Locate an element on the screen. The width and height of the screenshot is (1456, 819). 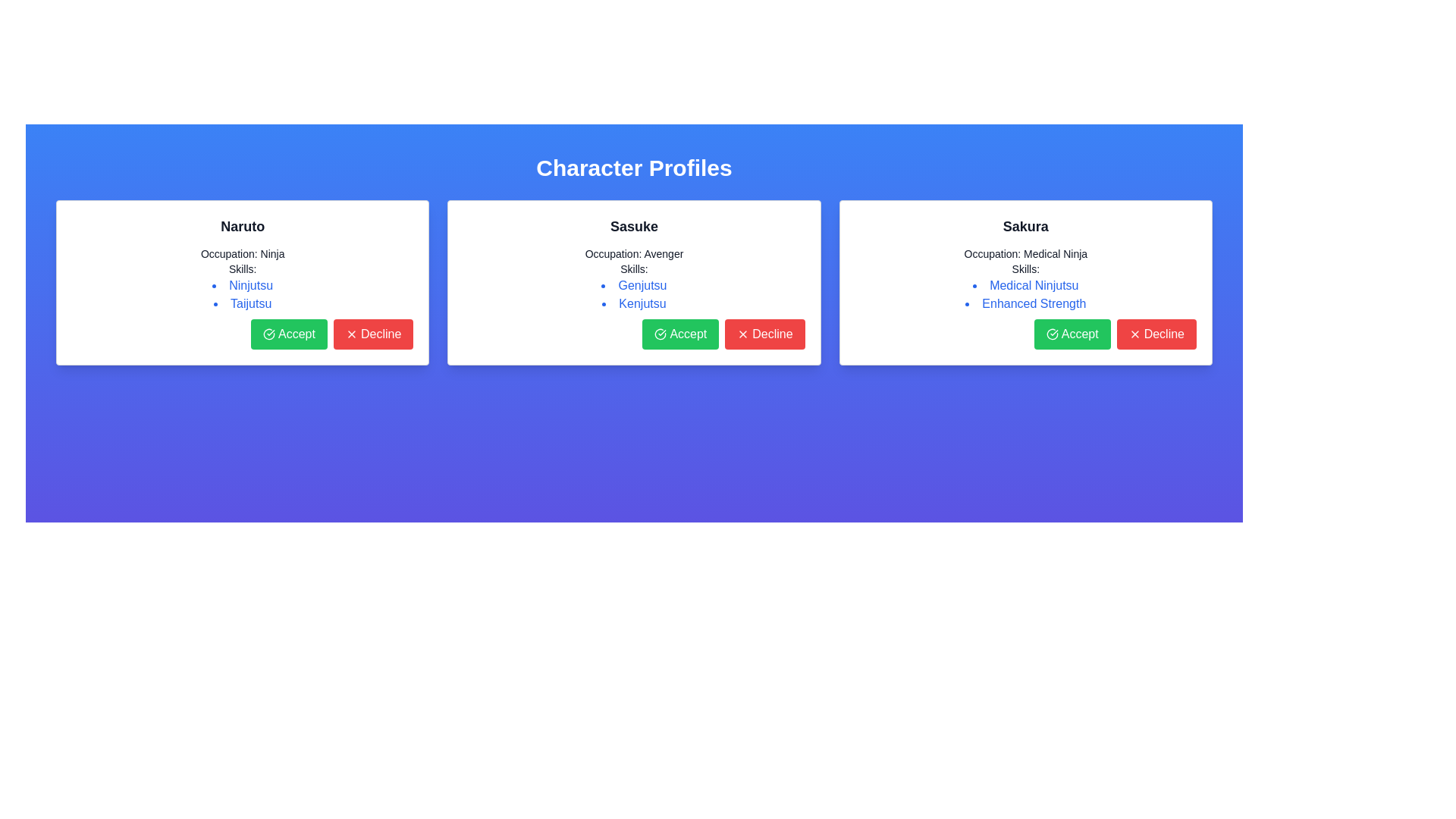
the 'Sakura' text label, which is prominently displayed in bold and larger font, located at the top of the third panel under the 'Character Profiles' header is located at coordinates (1025, 227).